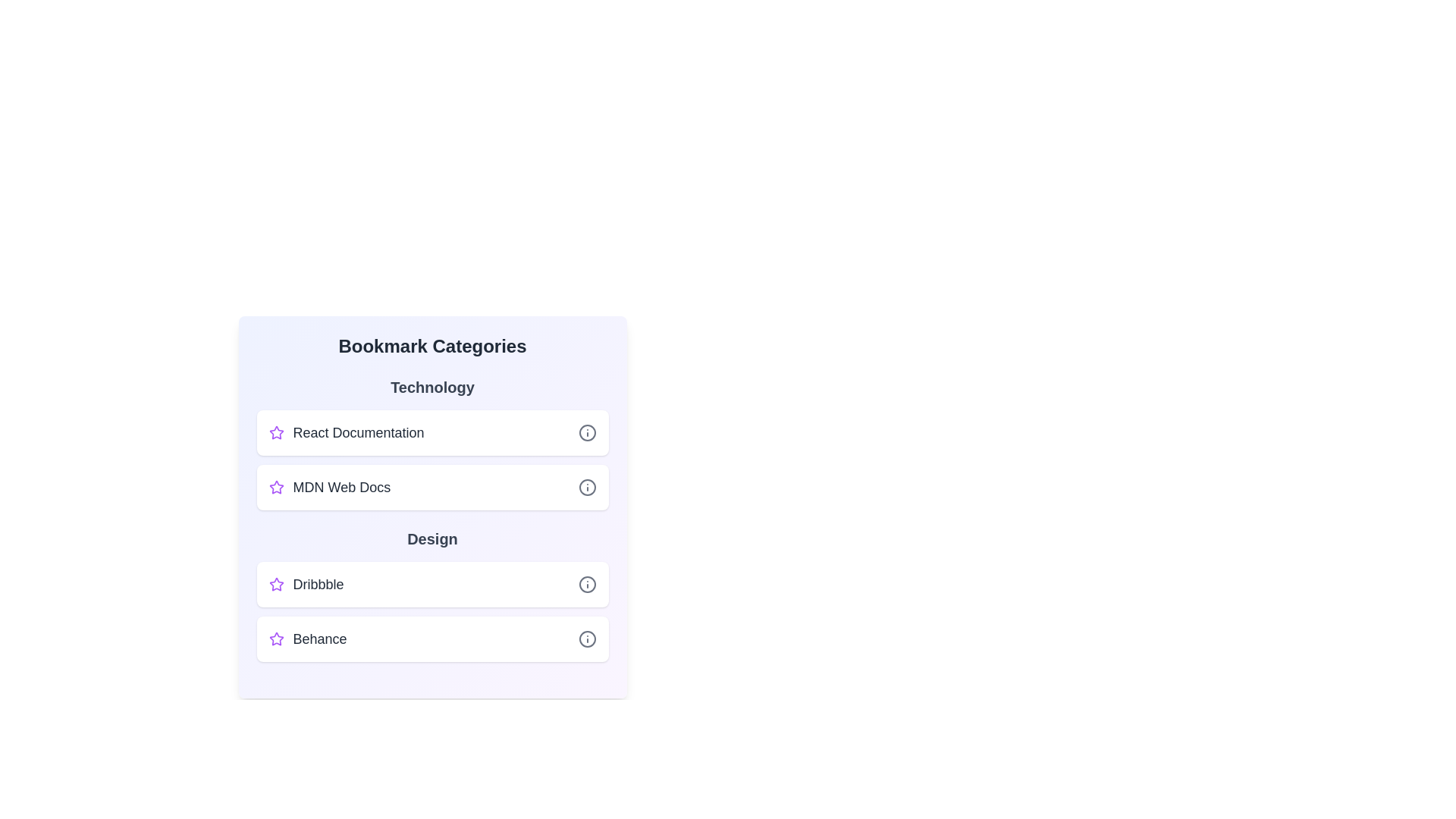 The height and width of the screenshot is (819, 1456). I want to click on information icon next to the bookmark titled MDN Web Docs, so click(586, 488).